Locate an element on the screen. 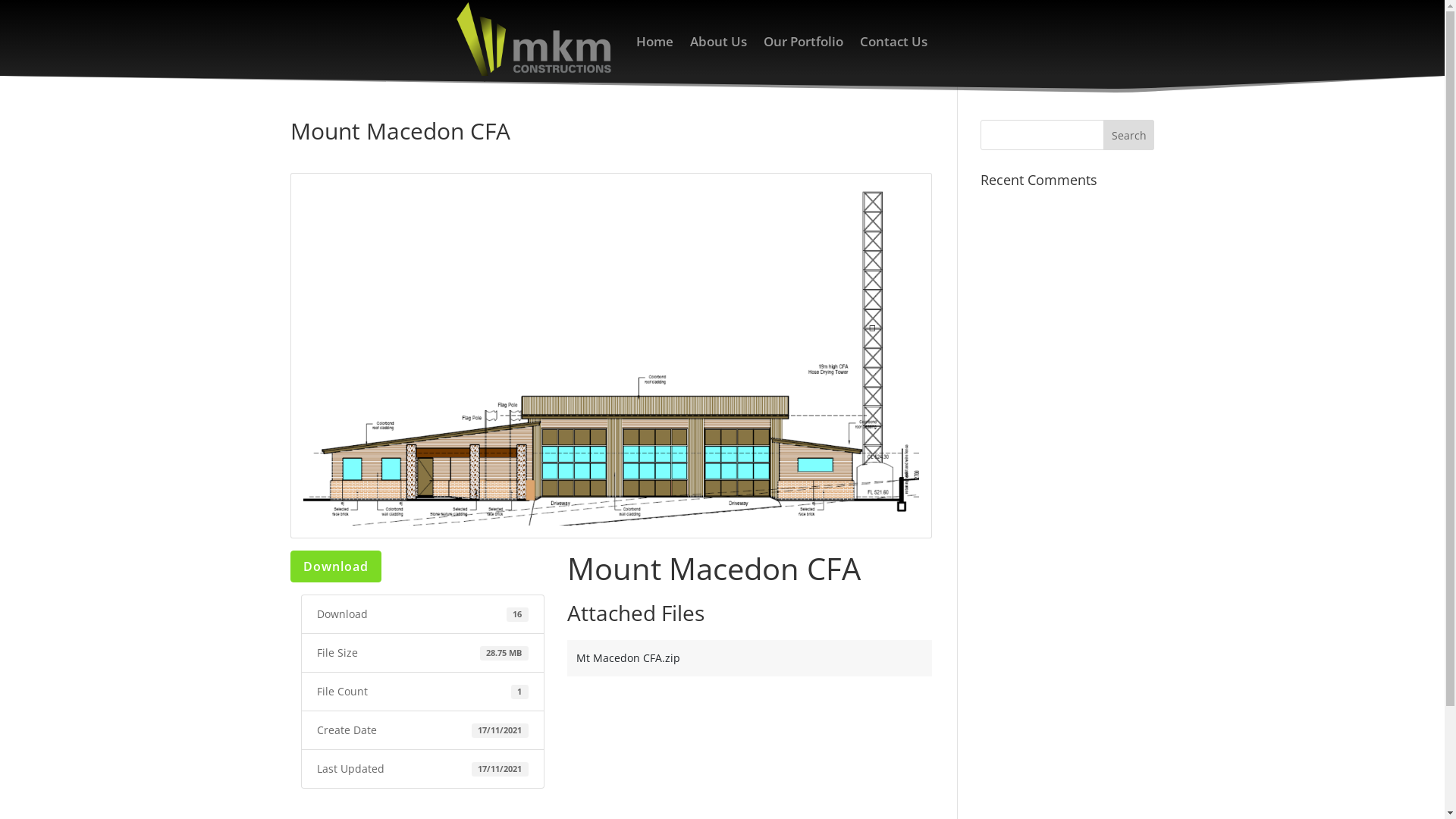 This screenshot has height=819, width=1456. 'Search' is located at coordinates (1128, 133).